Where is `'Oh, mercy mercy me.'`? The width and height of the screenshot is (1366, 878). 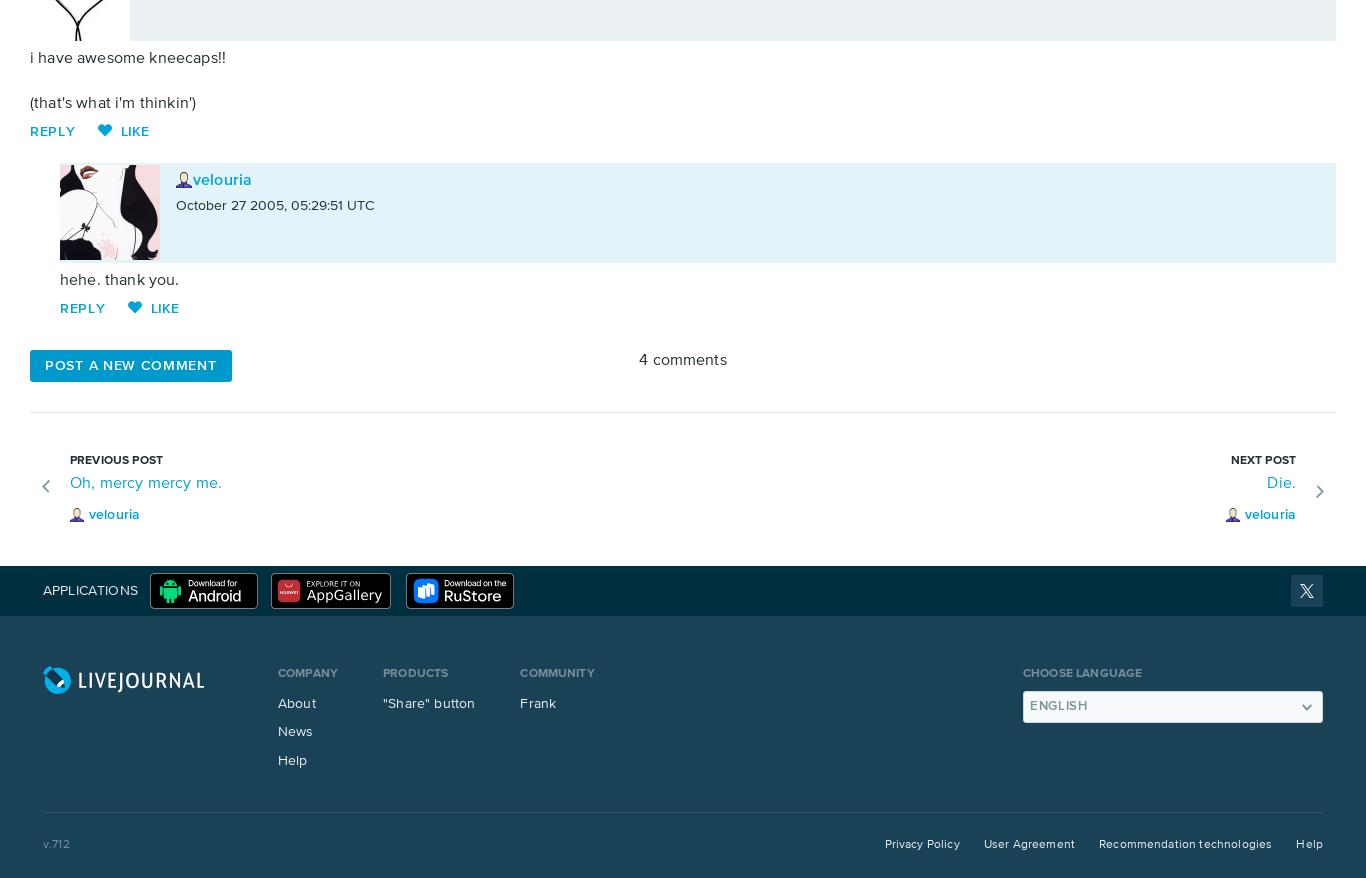
'Oh, mercy mercy me.' is located at coordinates (145, 482).